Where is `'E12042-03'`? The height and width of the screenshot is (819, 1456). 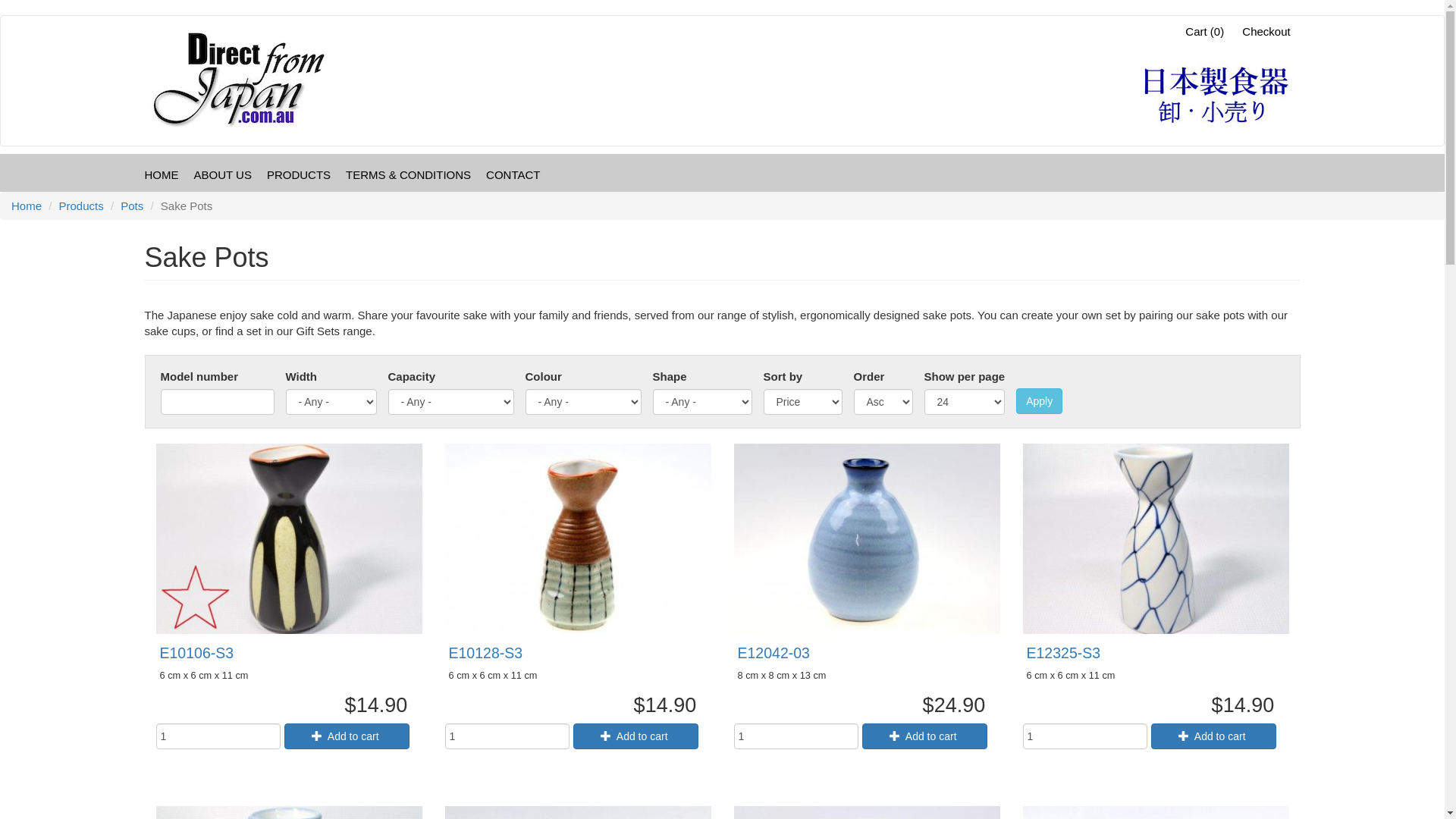
'E12042-03' is located at coordinates (773, 651).